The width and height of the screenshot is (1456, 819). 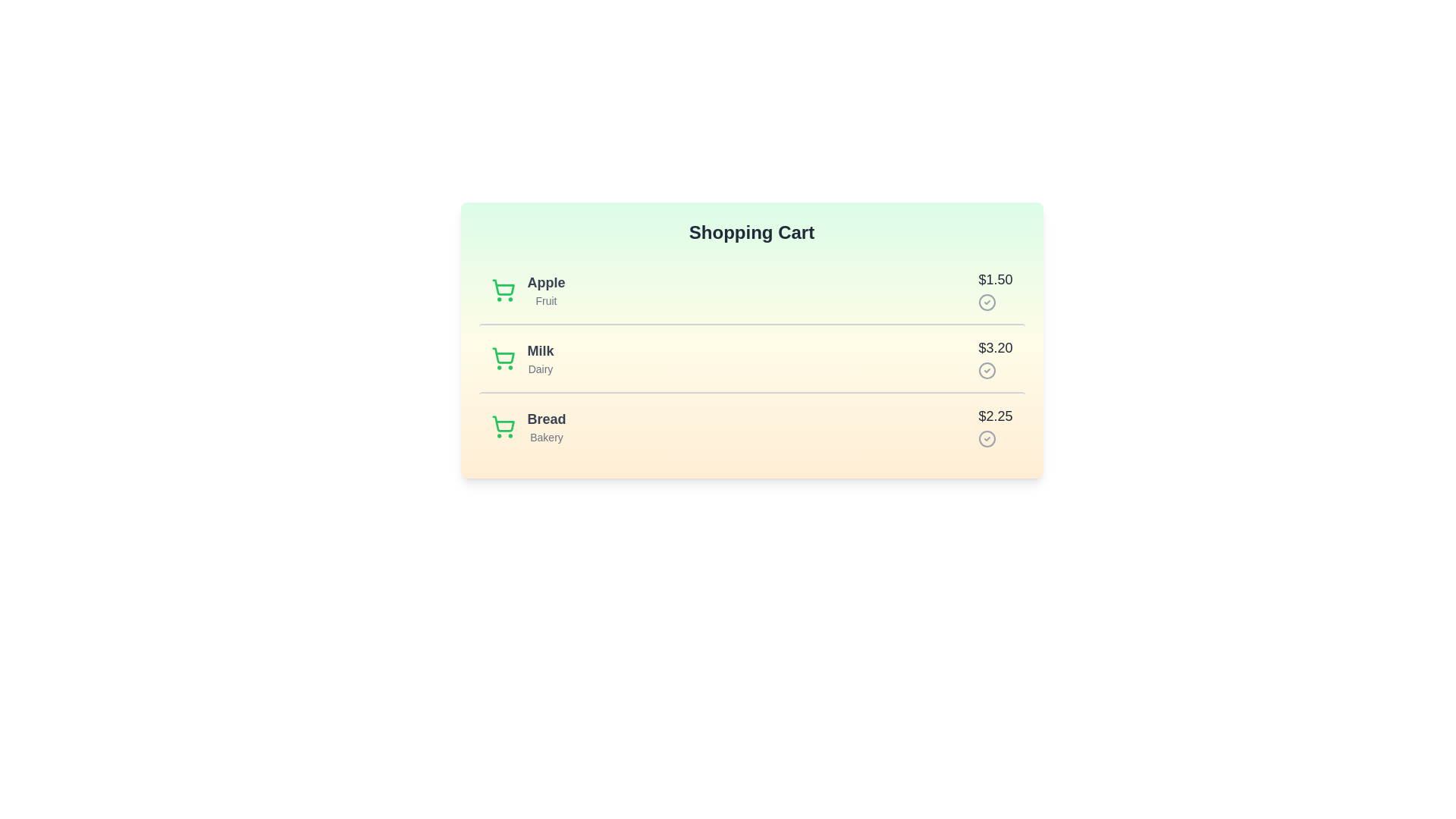 What do you see at coordinates (752, 426) in the screenshot?
I see `the item Bread to trigger visual feedback` at bounding box center [752, 426].